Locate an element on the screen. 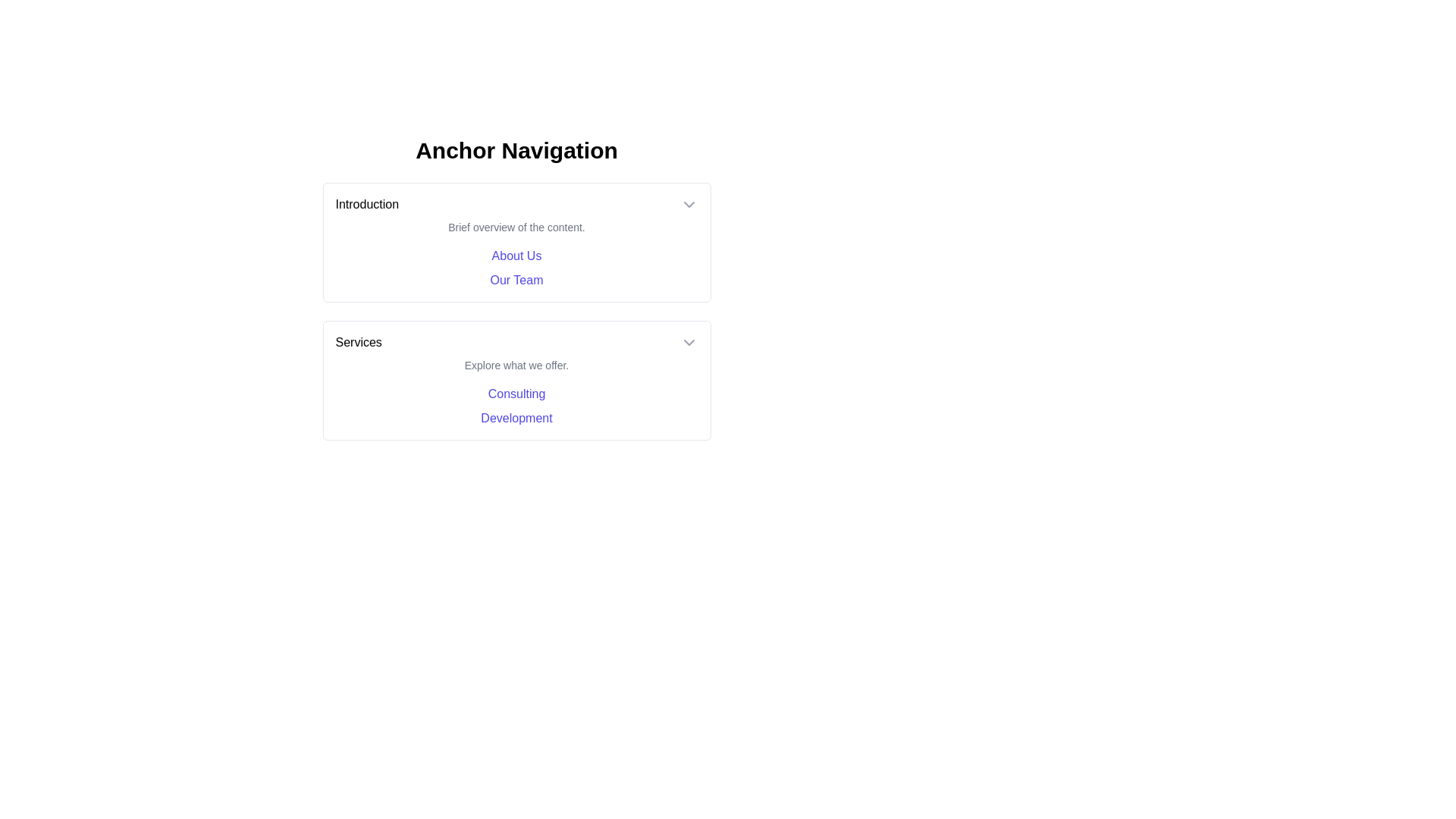 The height and width of the screenshot is (819, 1456). the 'Services' button in the 'Anchor Navigation' section is located at coordinates (516, 342).